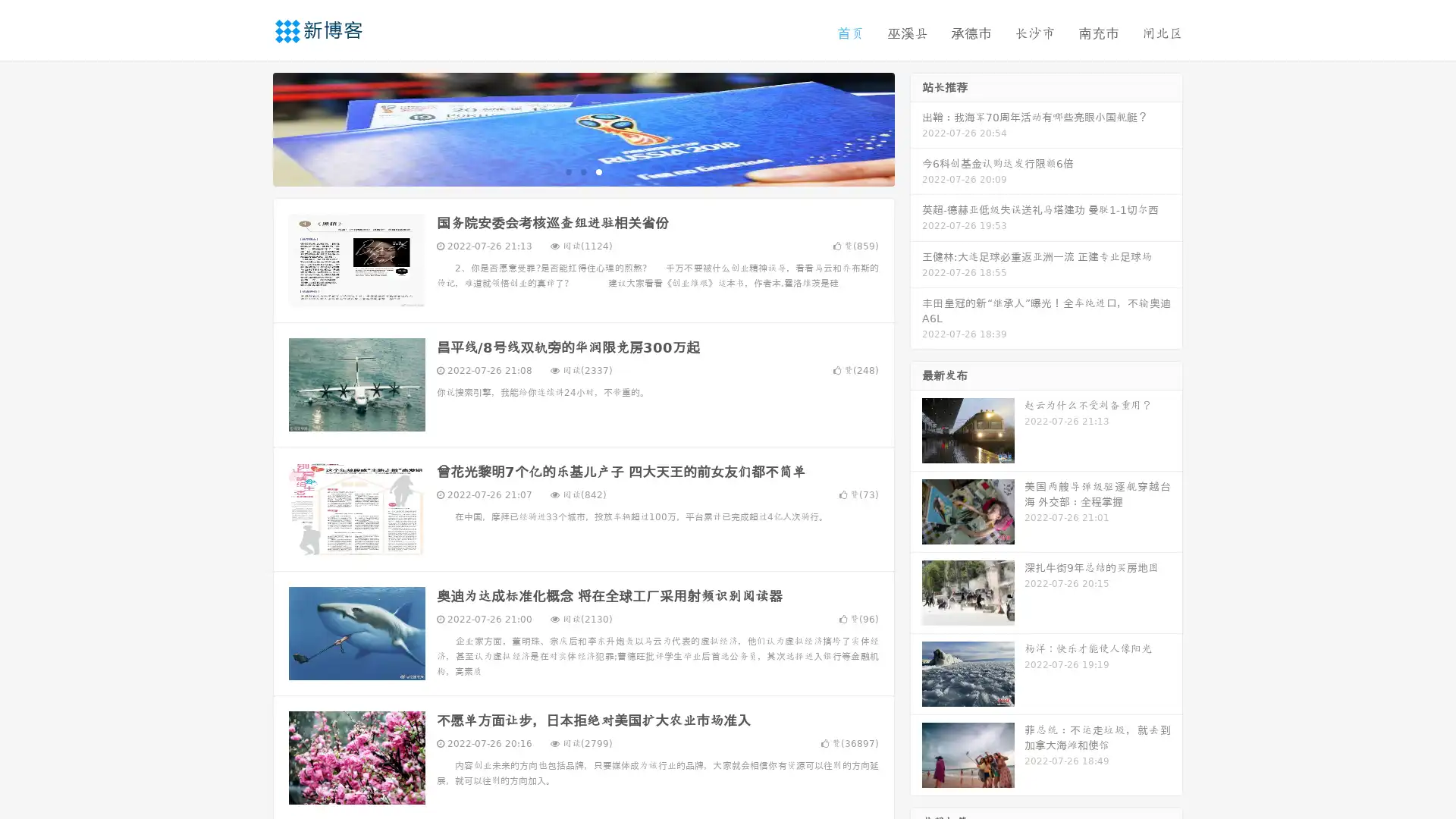 This screenshot has width=1456, height=819. What do you see at coordinates (250, 127) in the screenshot?
I see `Previous slide` at bounding box center [250, 127].